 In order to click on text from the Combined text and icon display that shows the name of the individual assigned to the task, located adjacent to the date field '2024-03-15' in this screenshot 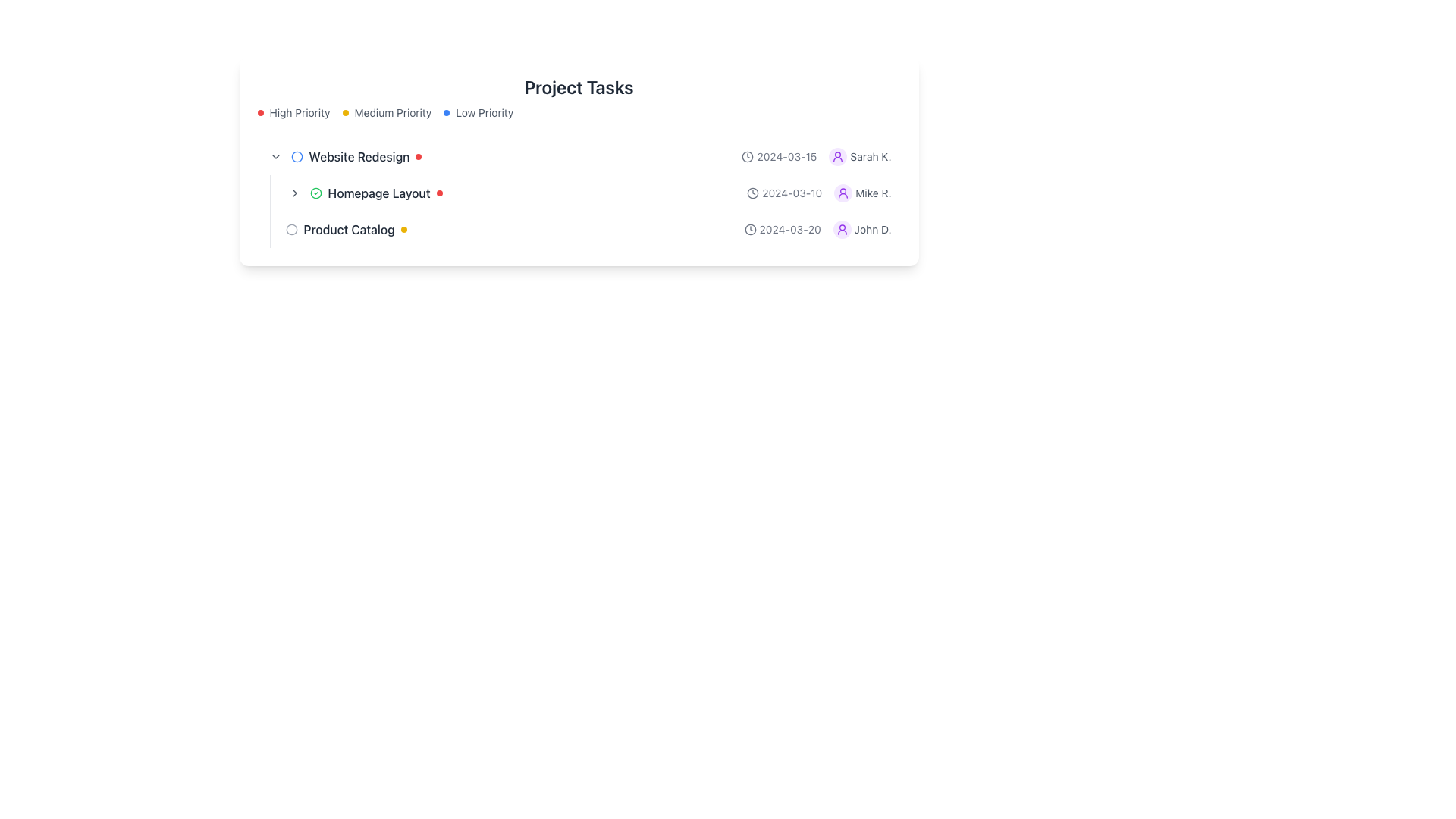, I will do `click(860, 157)`.